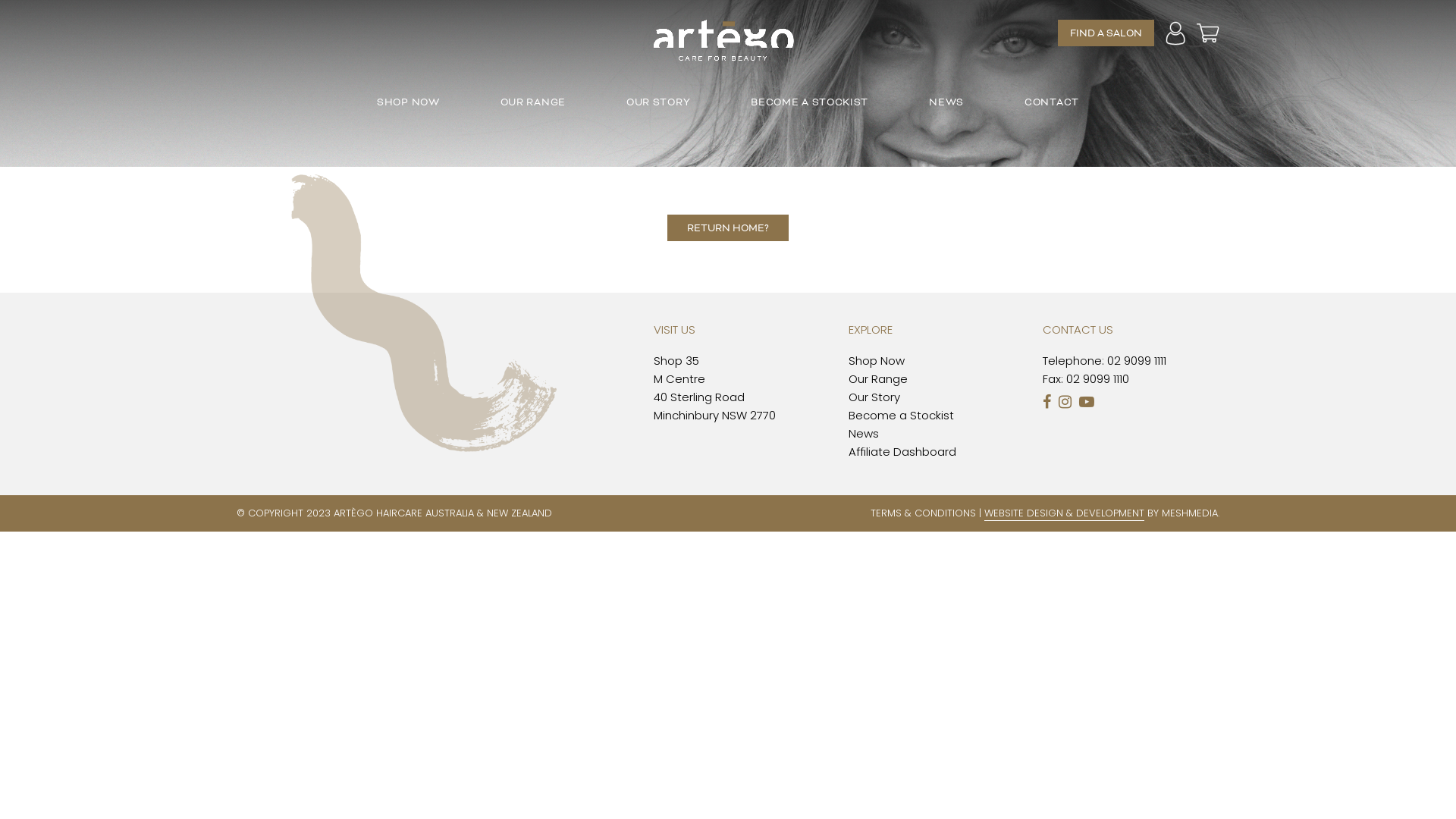  Describe the element at coordinates (1207, 32) in the screenshot. I see `'My Basket'` at that location.